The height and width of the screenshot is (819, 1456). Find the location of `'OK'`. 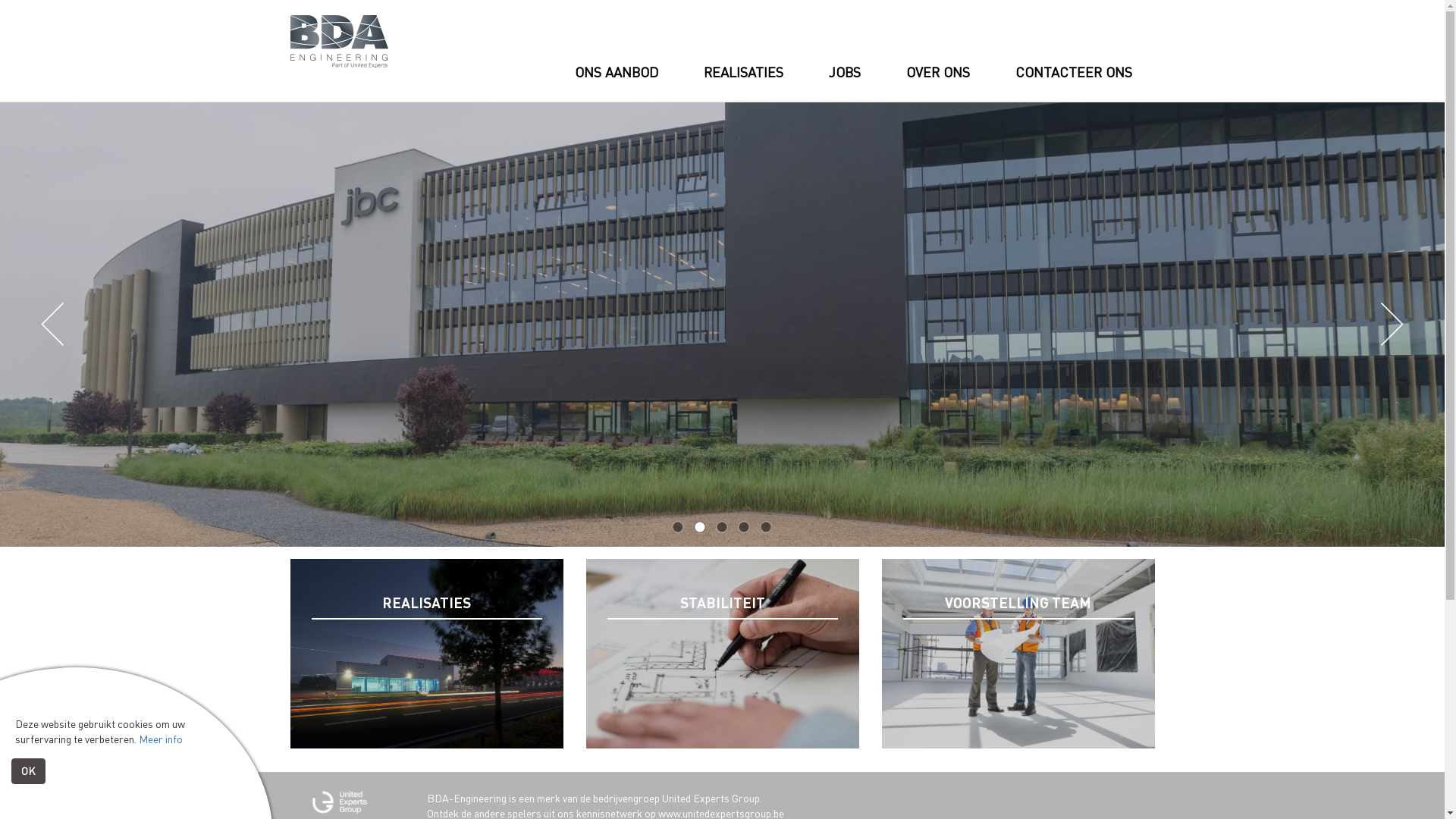

'OK' is located at coordinates (11, 771).